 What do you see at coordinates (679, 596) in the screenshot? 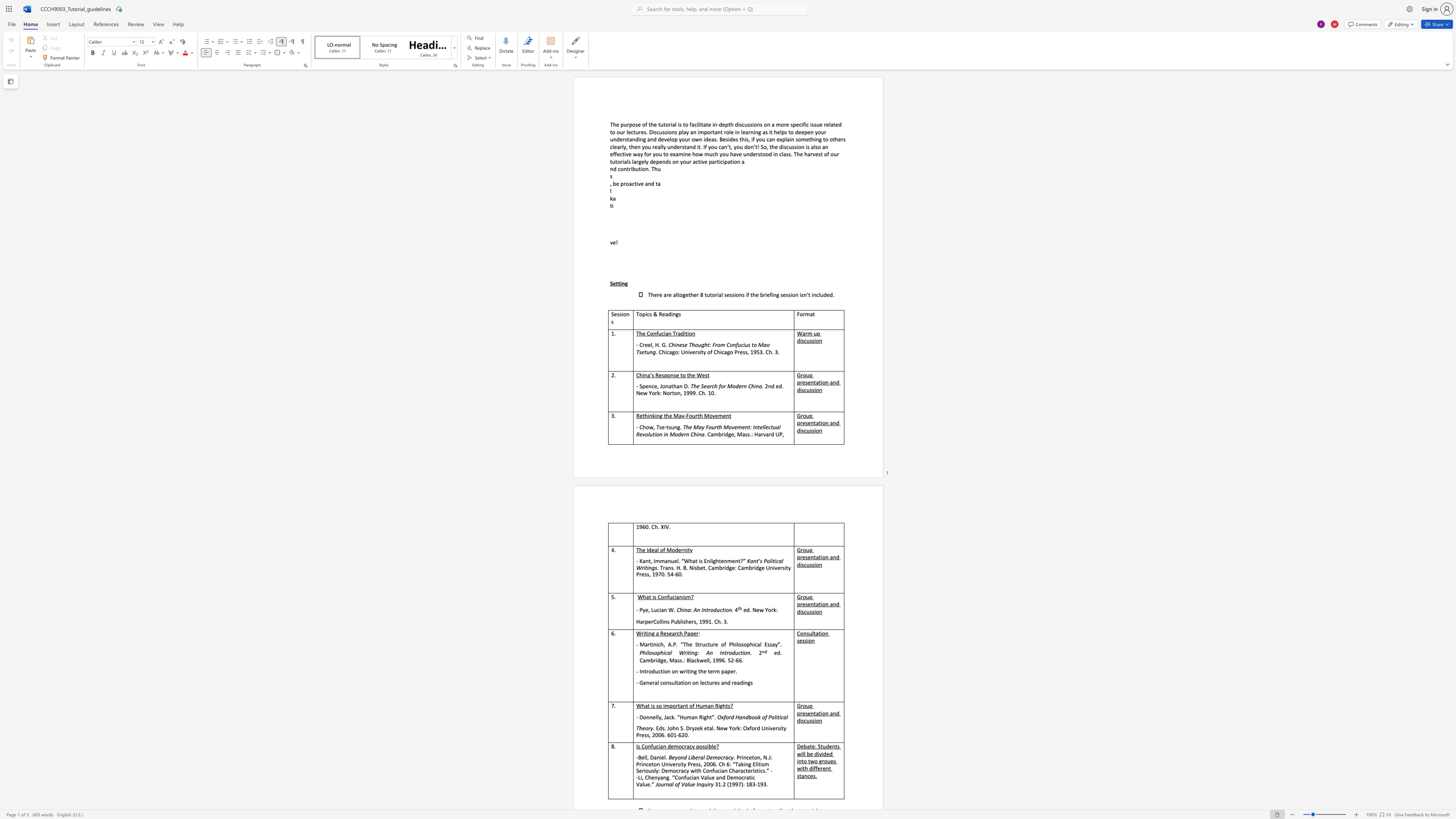
I see `the subset text "nism?" within the text "What is Confucianism?"` at bounding box center [679, 596].